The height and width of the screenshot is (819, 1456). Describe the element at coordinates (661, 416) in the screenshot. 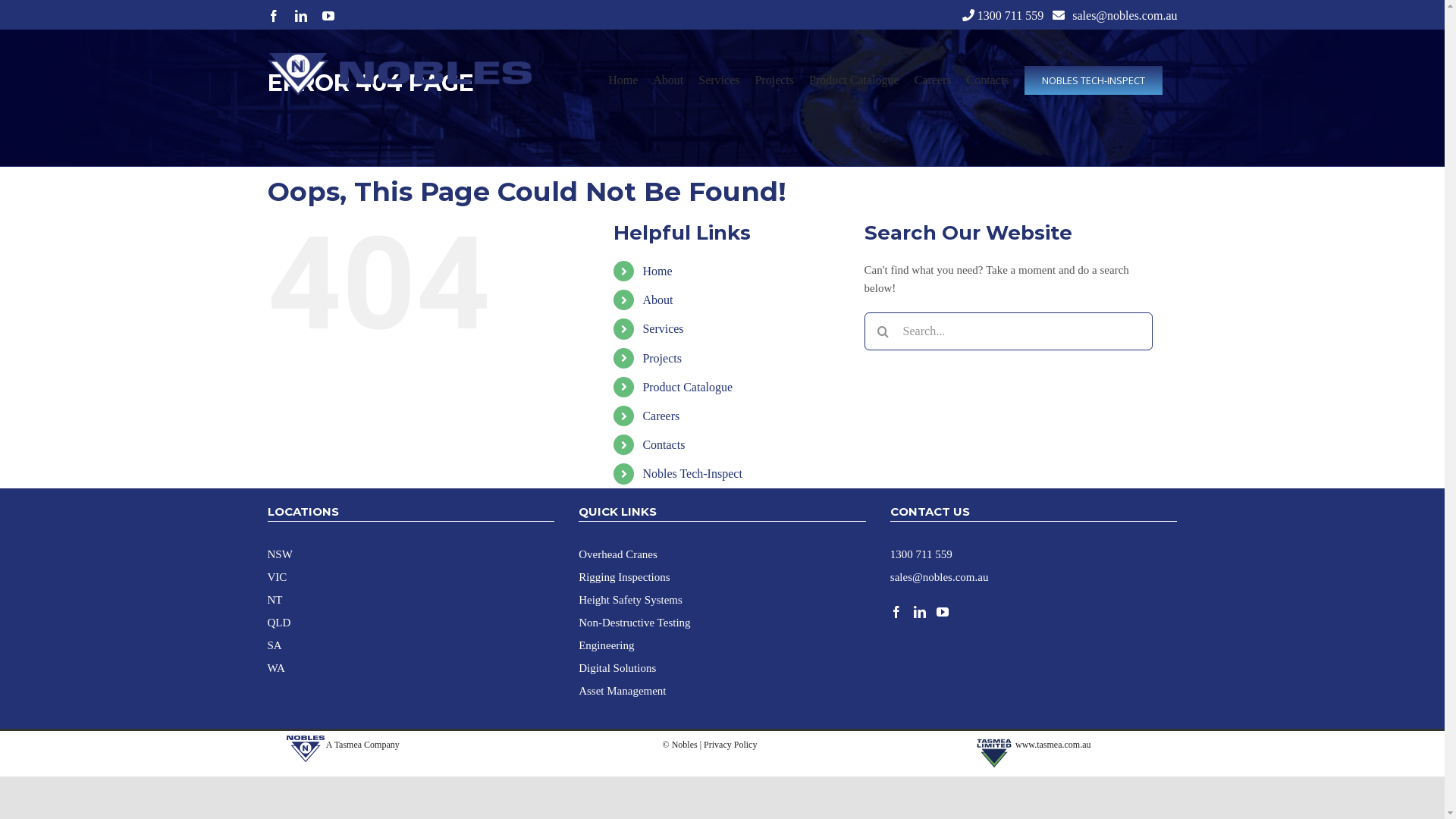

I see `'Careers'` at that location.